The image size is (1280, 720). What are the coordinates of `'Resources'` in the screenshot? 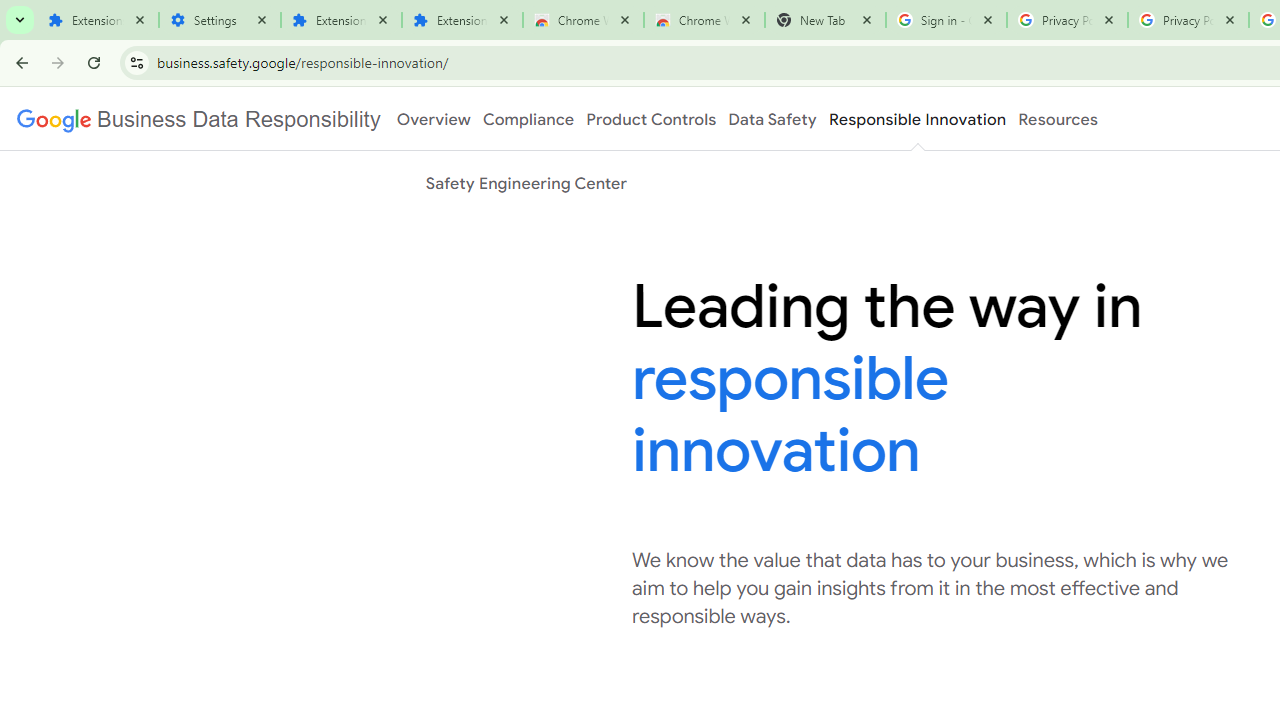 It's located at (1057, 119).